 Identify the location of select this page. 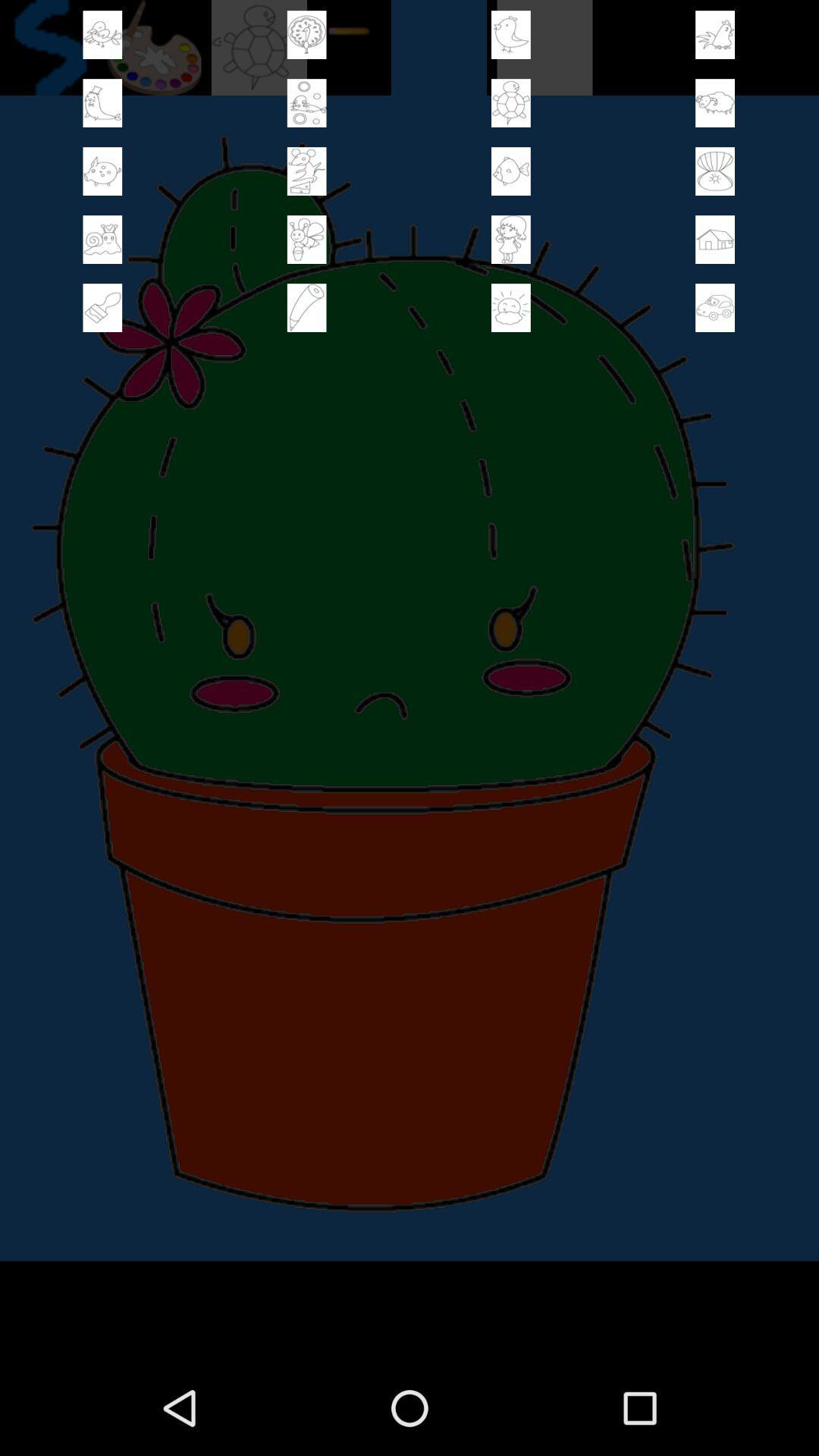
(715, 102).